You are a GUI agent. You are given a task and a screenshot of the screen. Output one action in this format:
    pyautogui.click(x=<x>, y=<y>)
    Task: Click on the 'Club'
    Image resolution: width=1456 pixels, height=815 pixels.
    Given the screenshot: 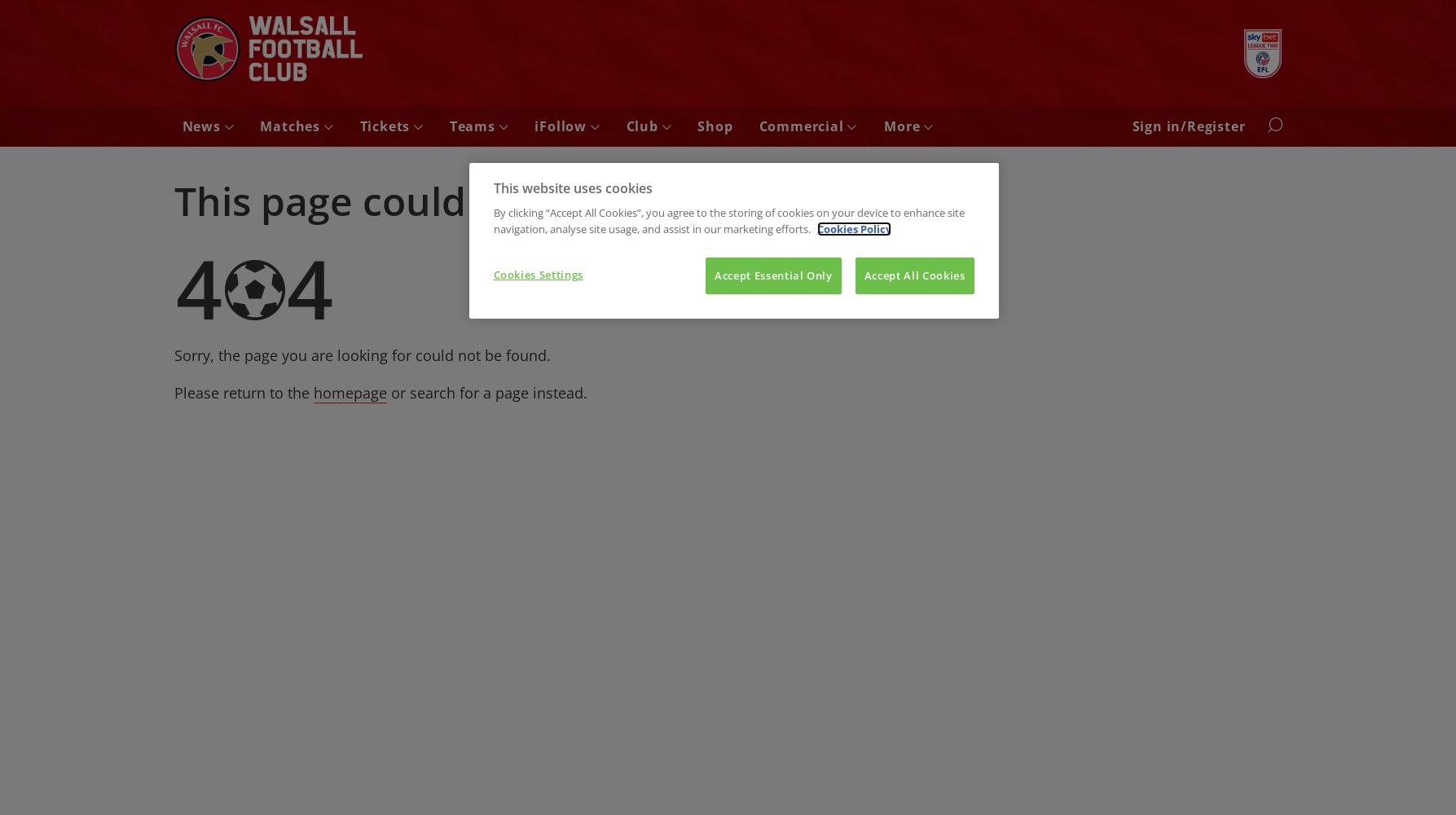 What is the action you would take?
    pyautogui.click(x=644, y=126)
    